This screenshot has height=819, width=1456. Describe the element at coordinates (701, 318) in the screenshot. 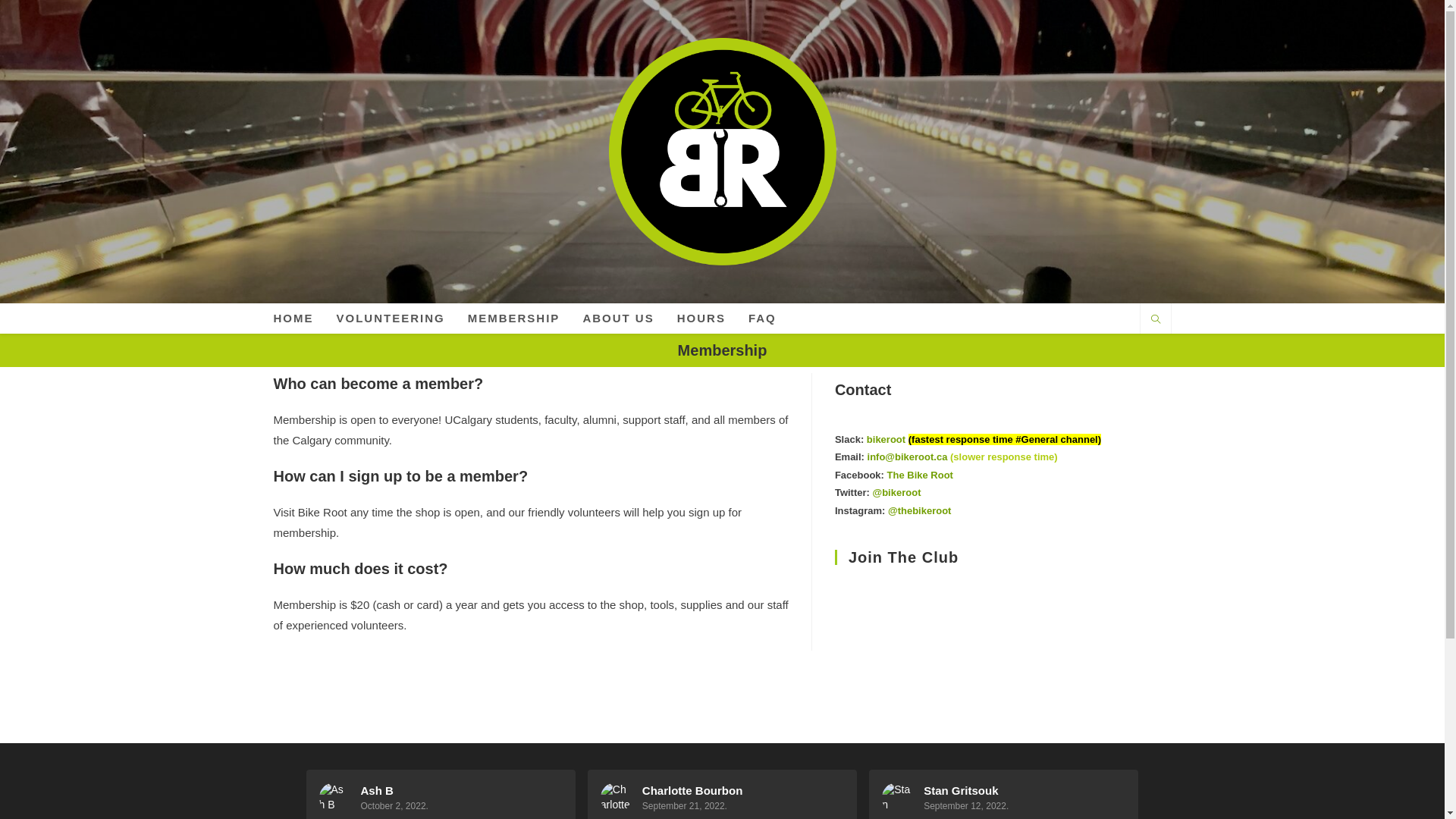

I see `'HOURS'` at that location.